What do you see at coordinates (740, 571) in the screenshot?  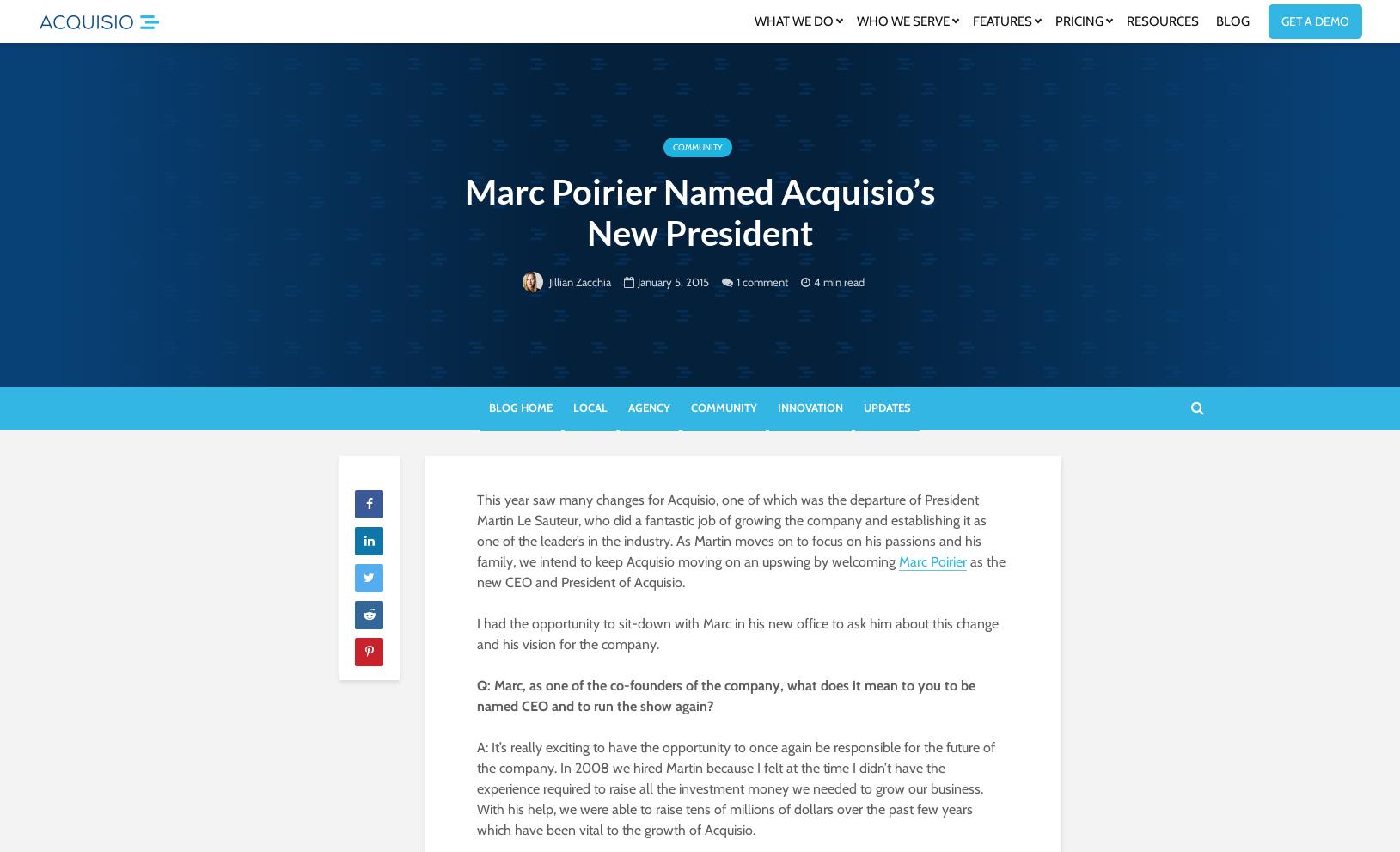 I see `'as the new CEO and President of Acquisio.'` at bounding box center [740, 571].